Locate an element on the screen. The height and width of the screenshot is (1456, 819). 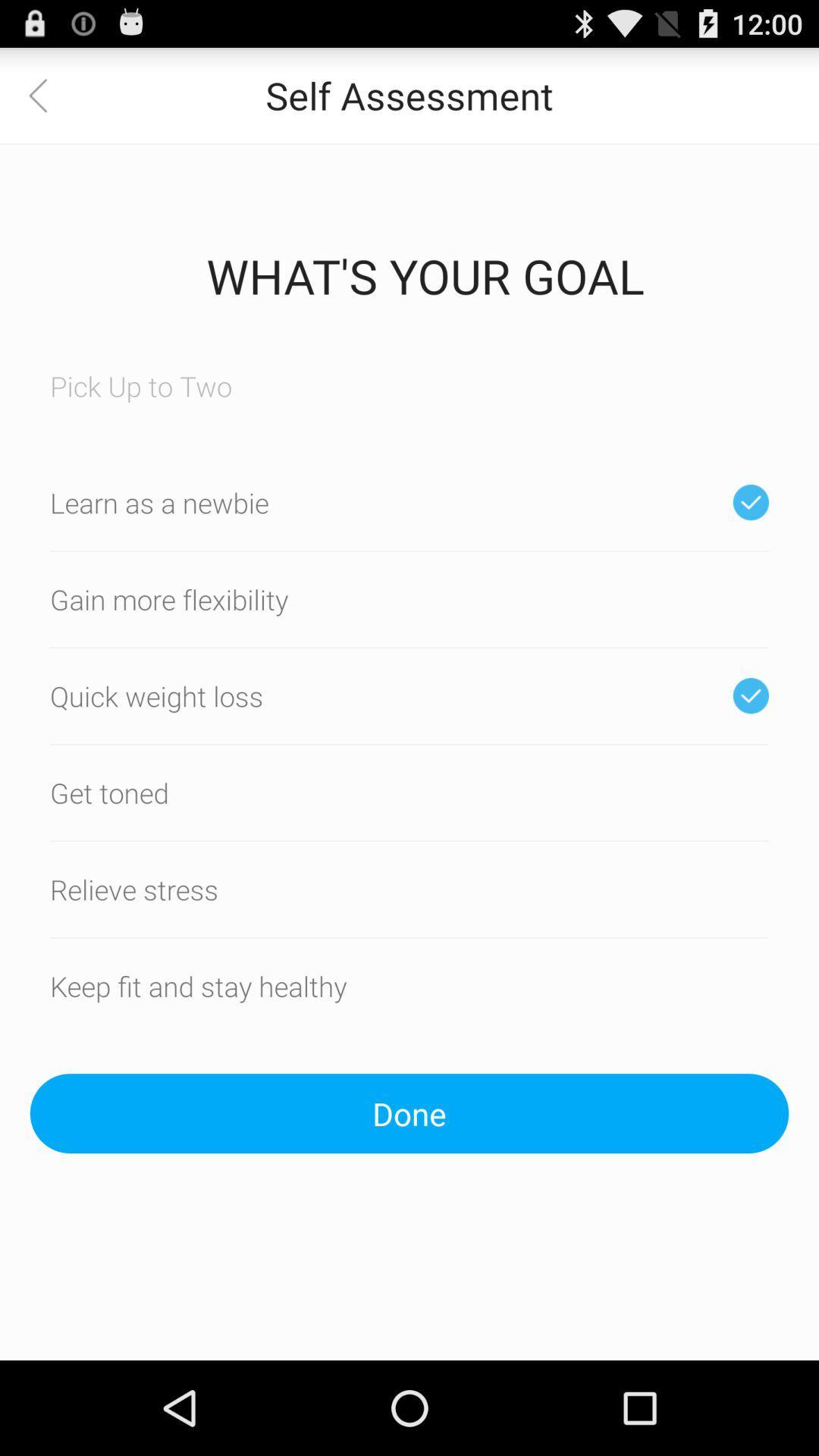
go back is located at coordinates (46, 94).